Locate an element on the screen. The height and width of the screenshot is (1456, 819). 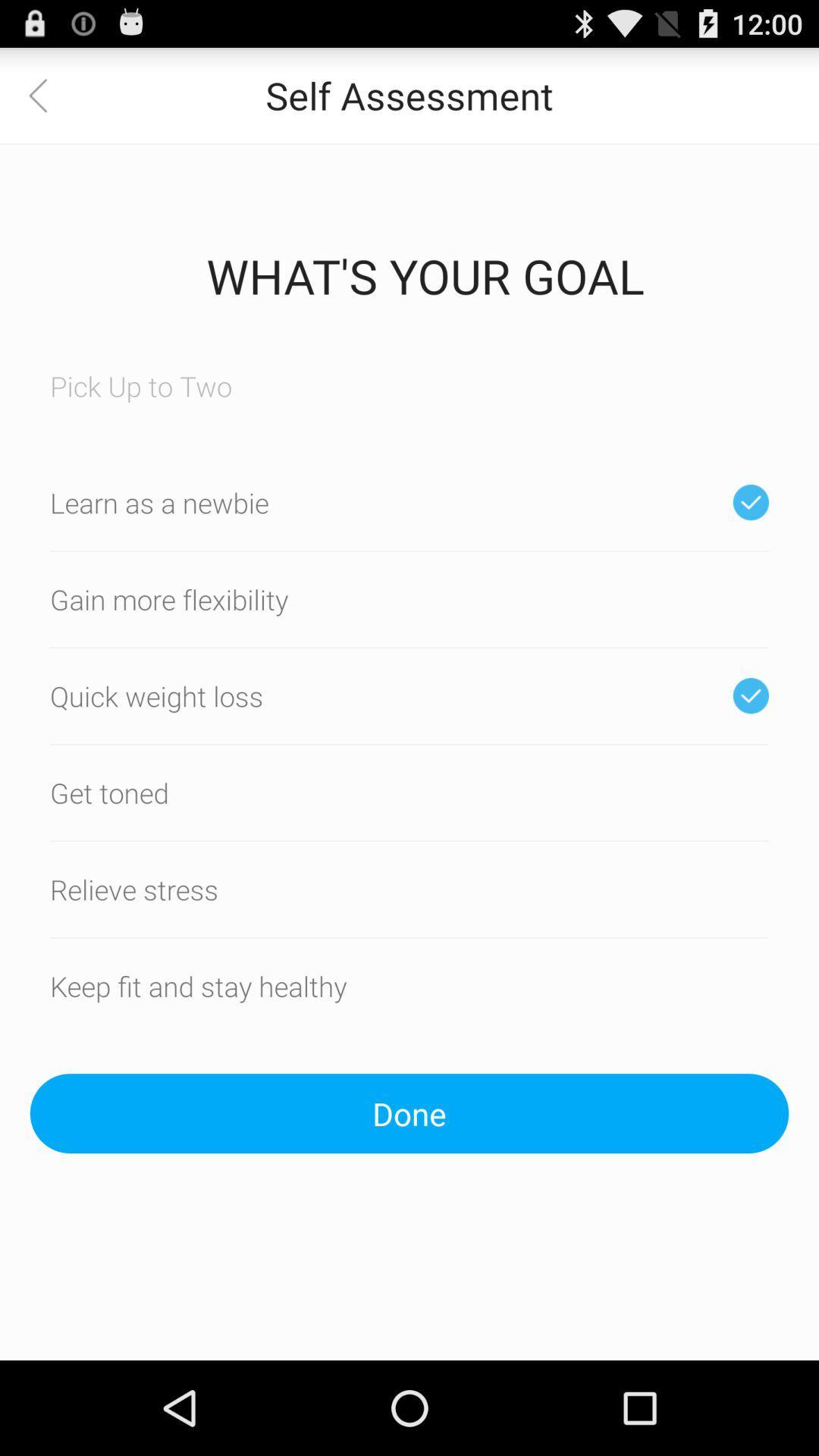
go back is located at coordinates (46, 94).